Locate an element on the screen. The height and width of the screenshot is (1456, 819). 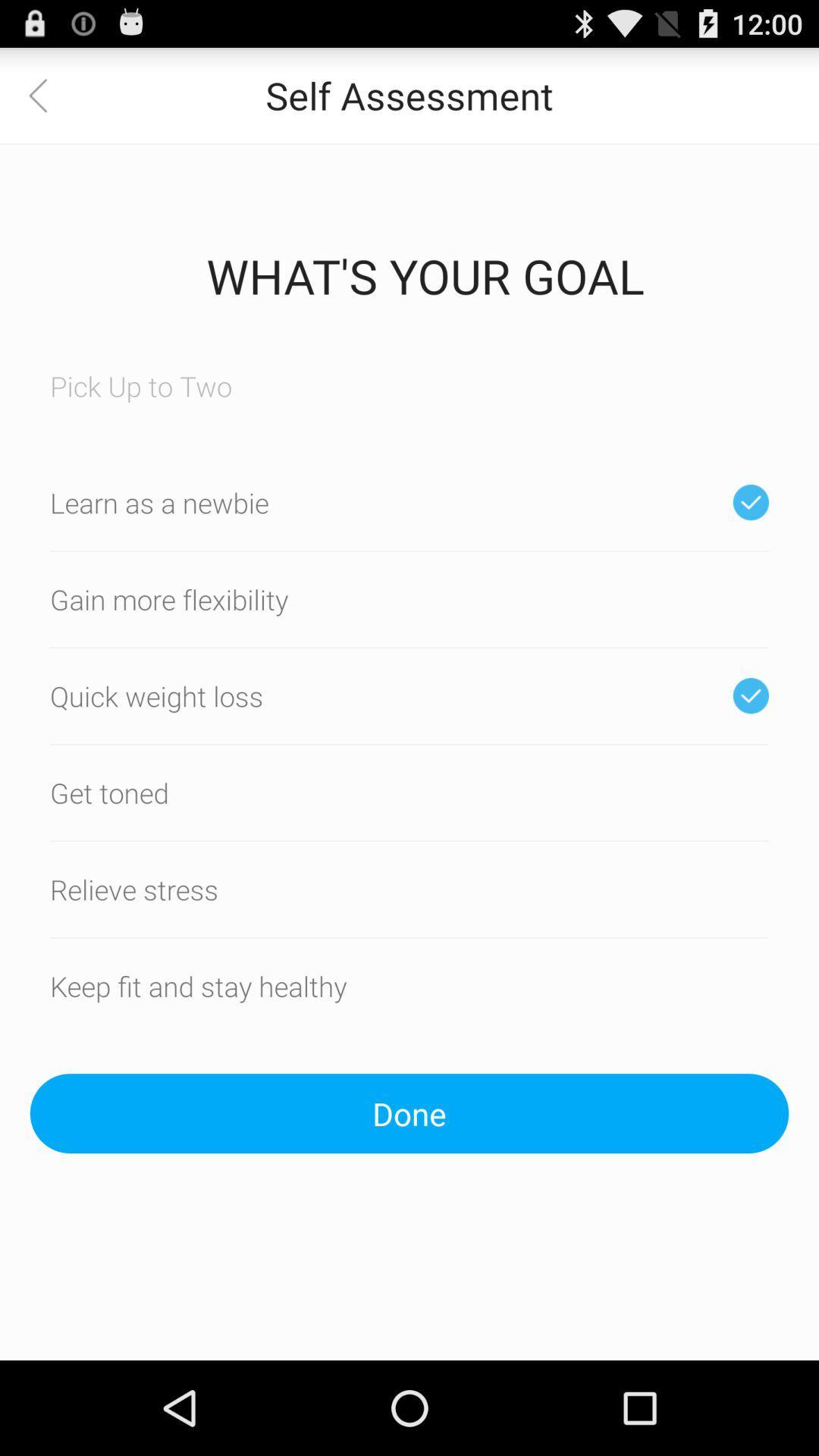
go back is located at coordinates (46, 94).